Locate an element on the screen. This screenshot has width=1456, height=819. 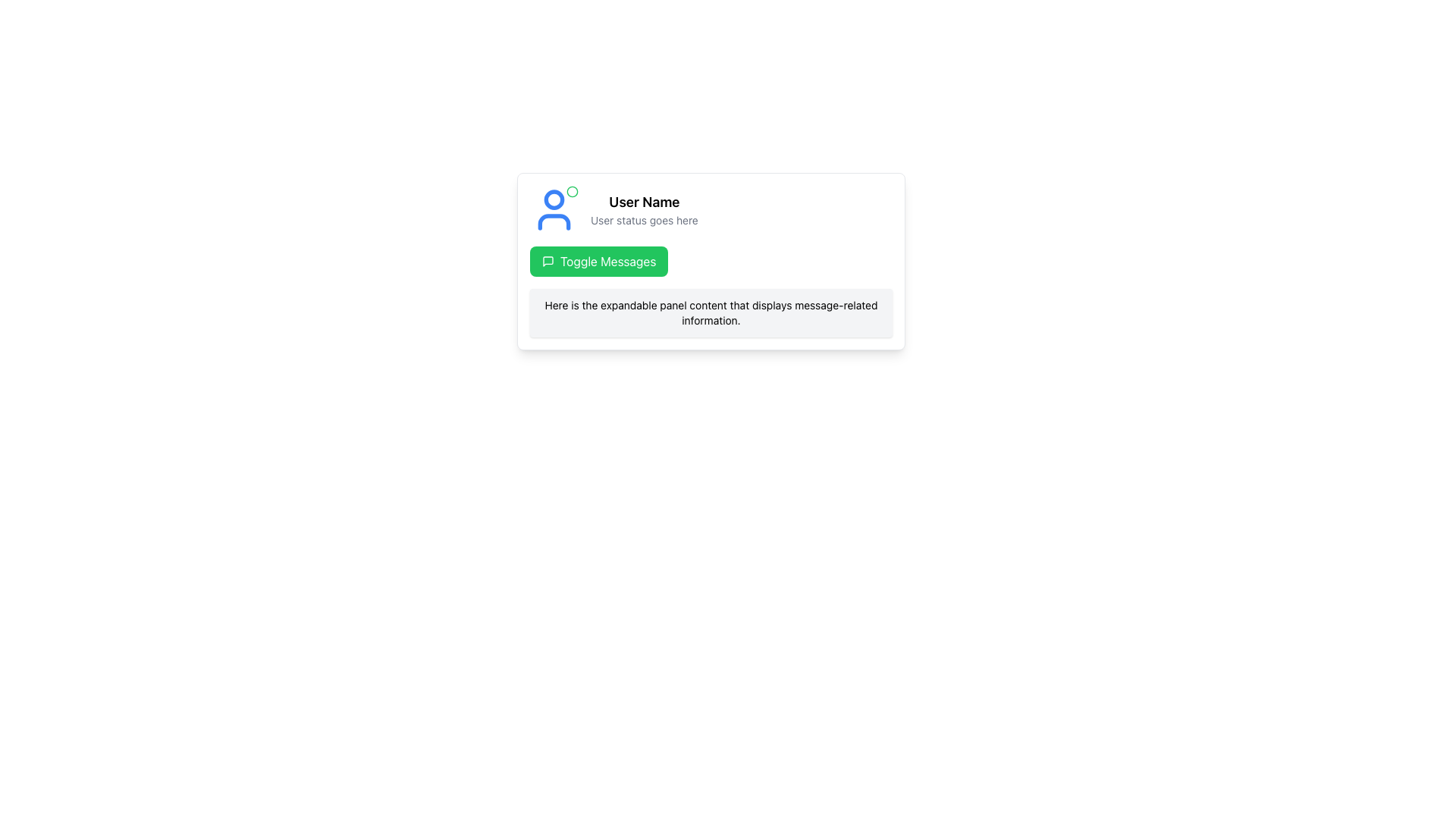
text displayed in the user details block, which shows the user's name and status information, located to the right of the profile icon and above the 'Toggle Messages' button is located at coordinates (644, 210).